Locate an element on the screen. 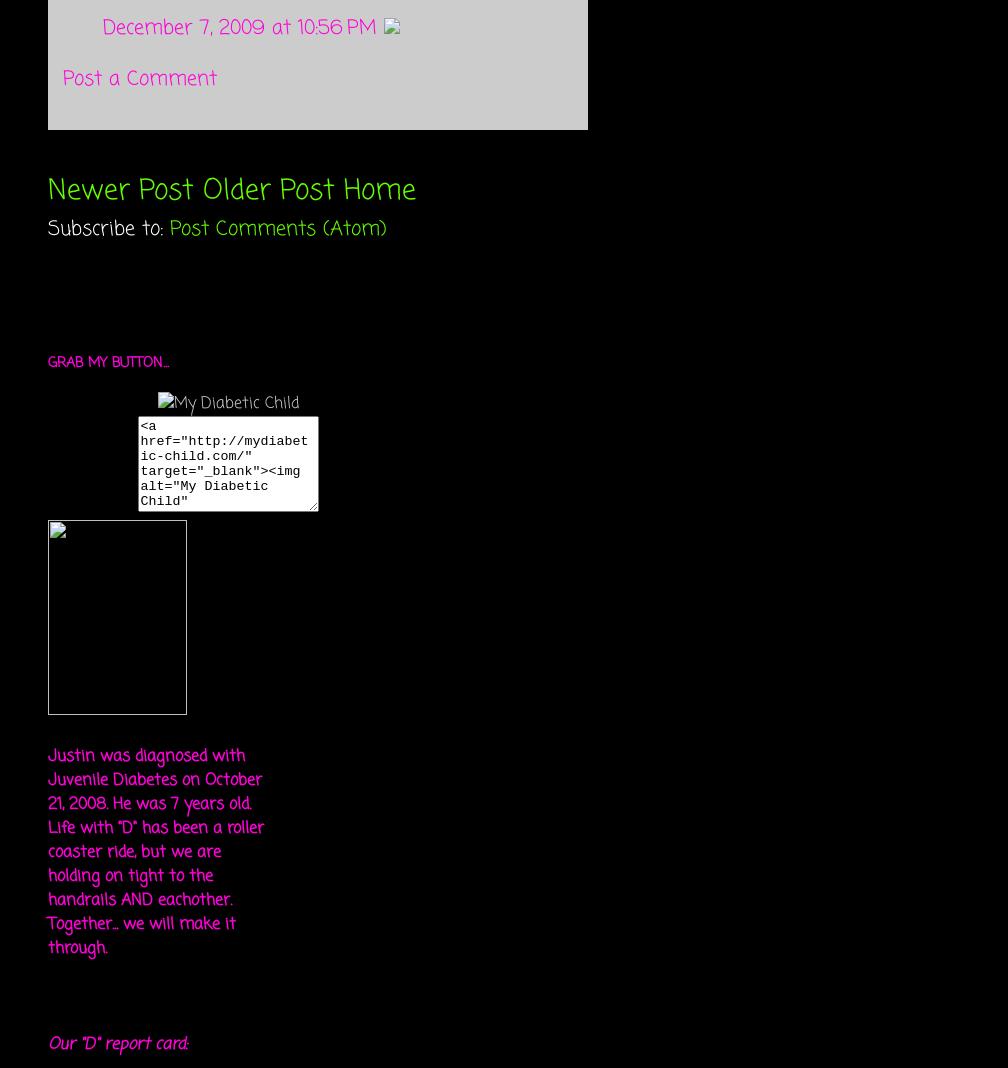  'GRAB MY BUTTON...' is located at coordinates (108, 361).